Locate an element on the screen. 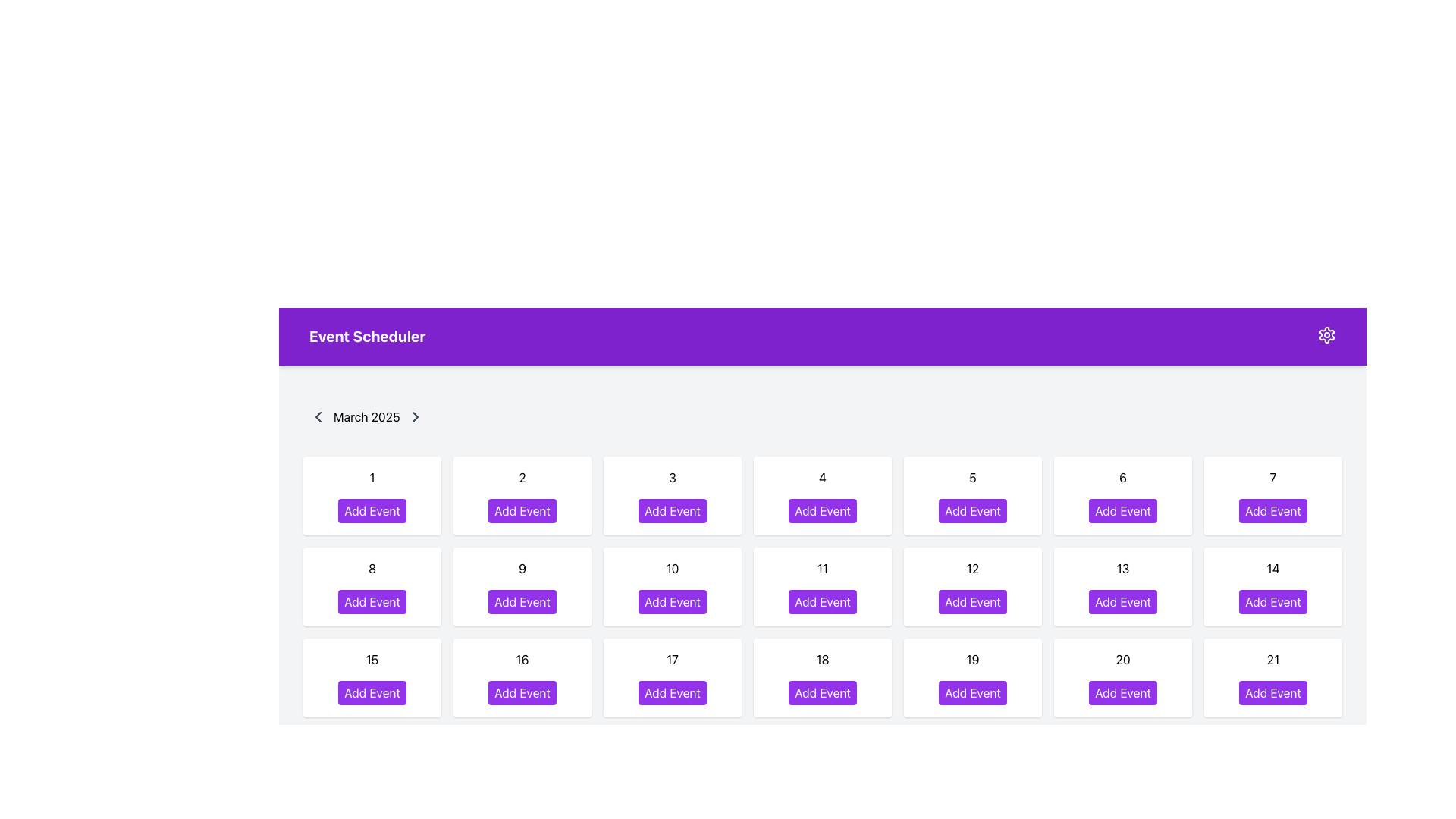 This screenshot has width=1456, height=819. the 'Add Event' button located under the date '14' in the calendar interface is located at coordinates (1273, 601).